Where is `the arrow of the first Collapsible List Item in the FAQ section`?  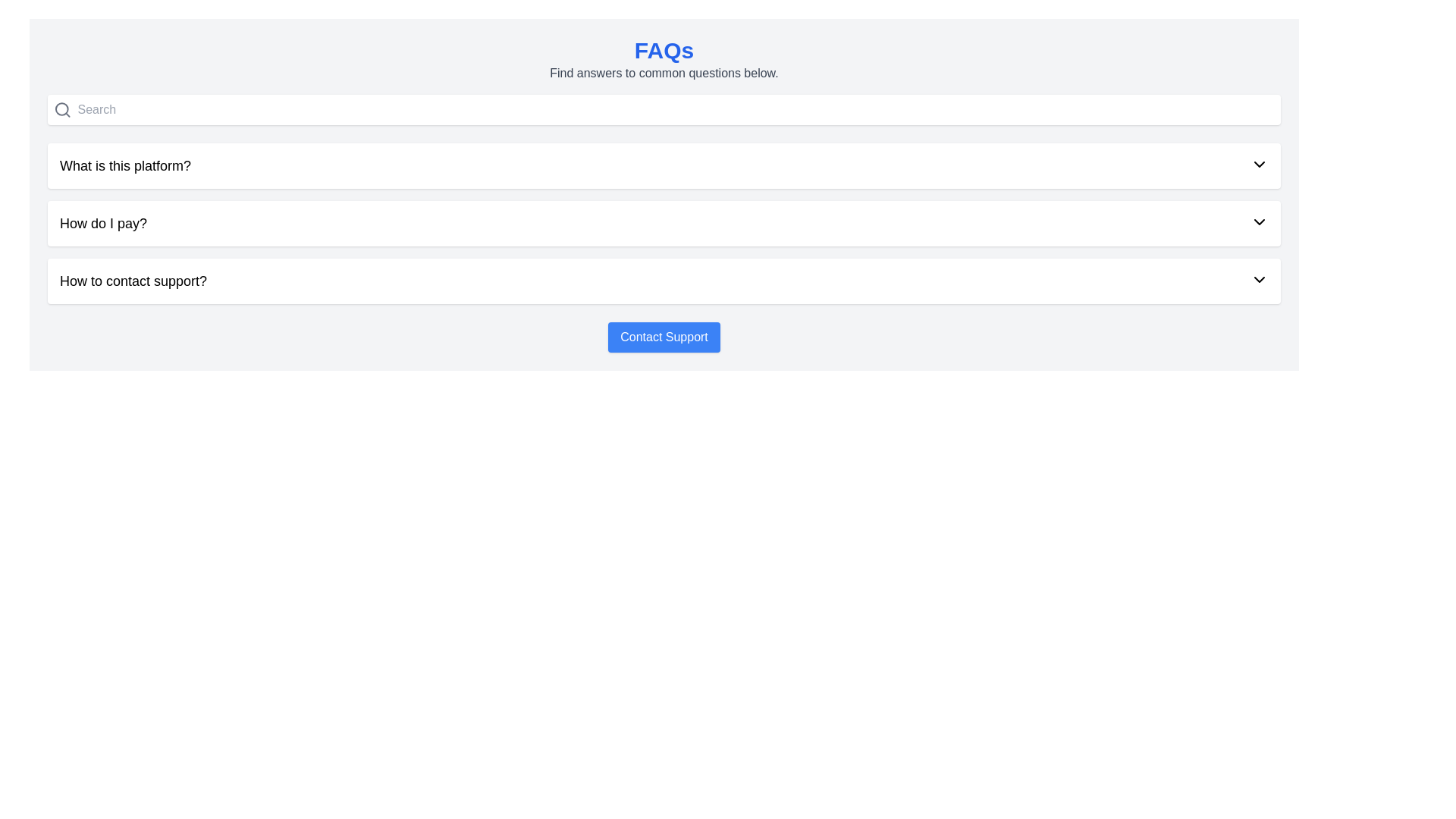
the arrow of the first Collapsible List Item in the FAQ section is located at coordinates (664, 166).